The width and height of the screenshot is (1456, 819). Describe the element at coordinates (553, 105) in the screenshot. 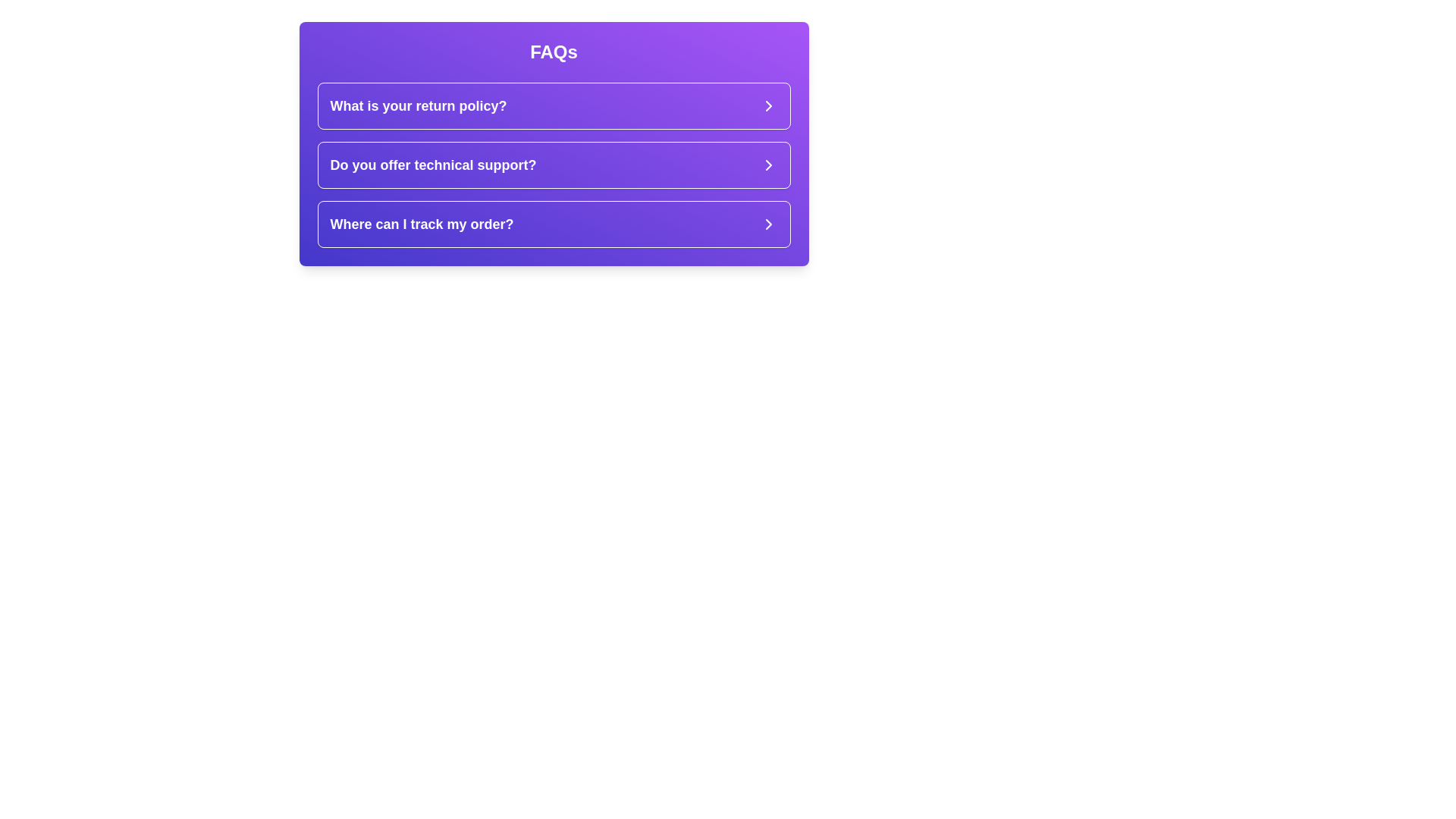

I see `the first item in the Frequently Asked Questions (FAQs) section` at that location.